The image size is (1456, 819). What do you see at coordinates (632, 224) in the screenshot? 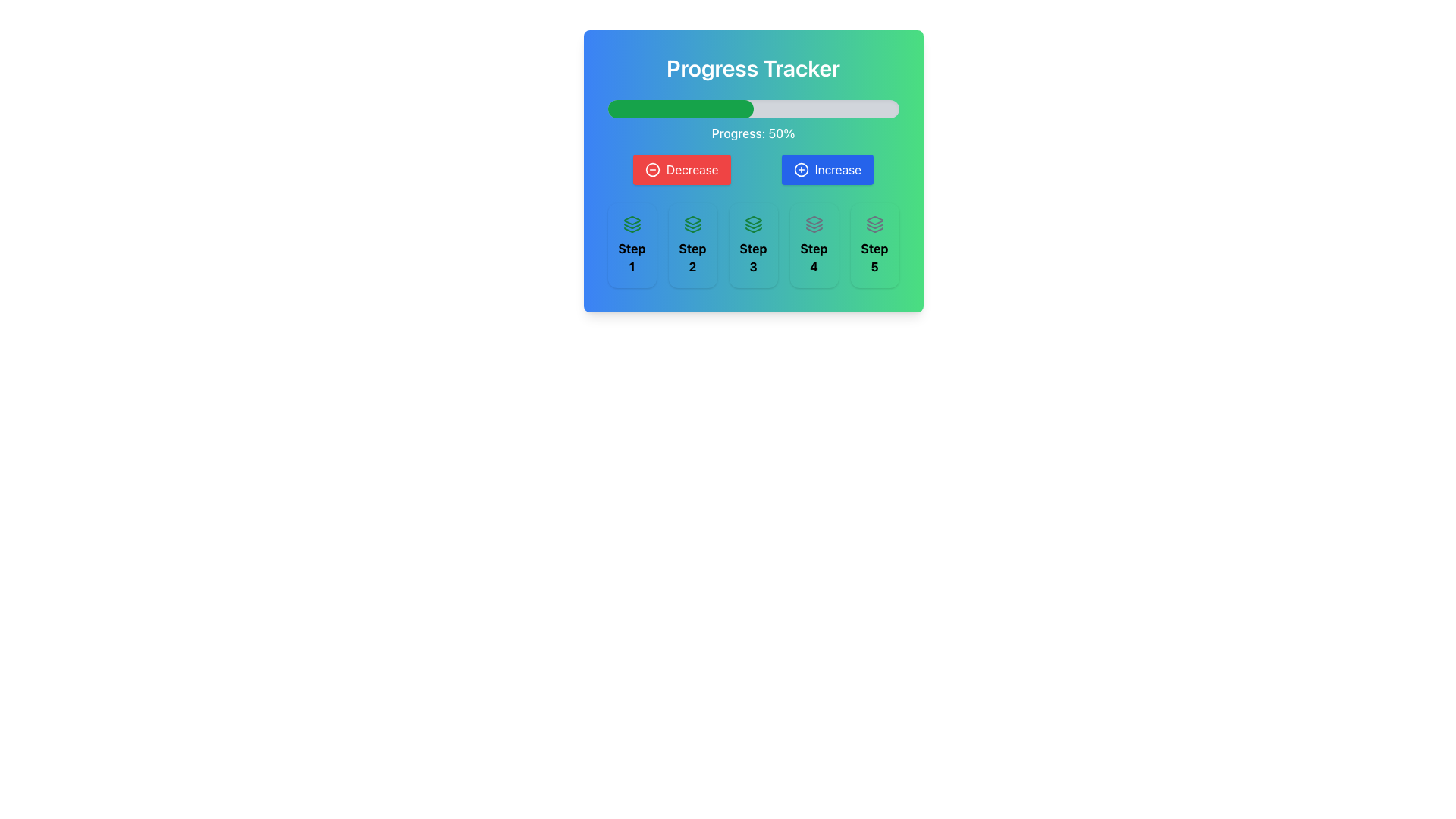
I see `the green layered stack SVG icon in the 'Progress Tracker' interface, which is located inside the card labeled 'Step 1'` at bounding box center [632, 224].